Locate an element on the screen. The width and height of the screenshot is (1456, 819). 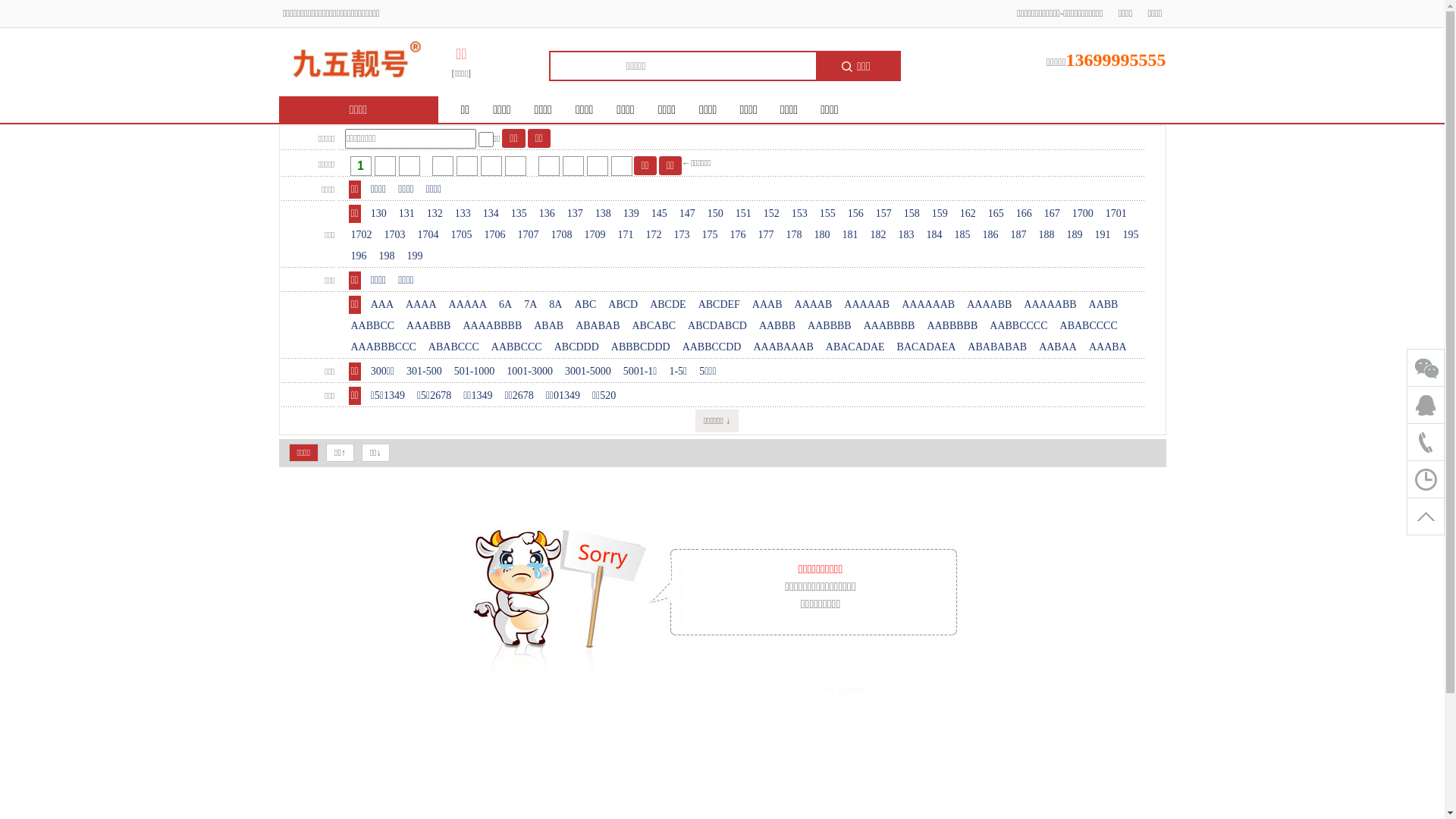
'166' is located at coordinates (1014, 213).